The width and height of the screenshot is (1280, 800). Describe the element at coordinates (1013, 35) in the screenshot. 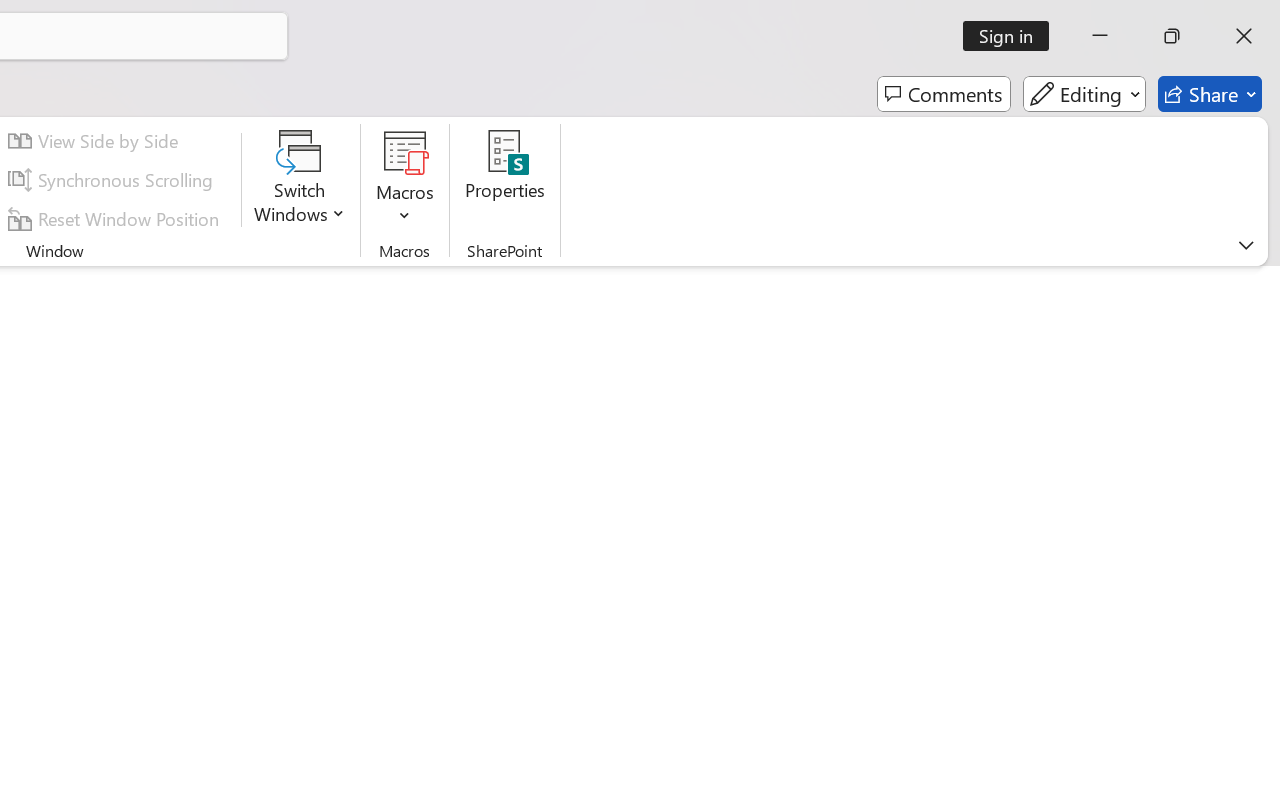

I see `'Sign in'` at that location.